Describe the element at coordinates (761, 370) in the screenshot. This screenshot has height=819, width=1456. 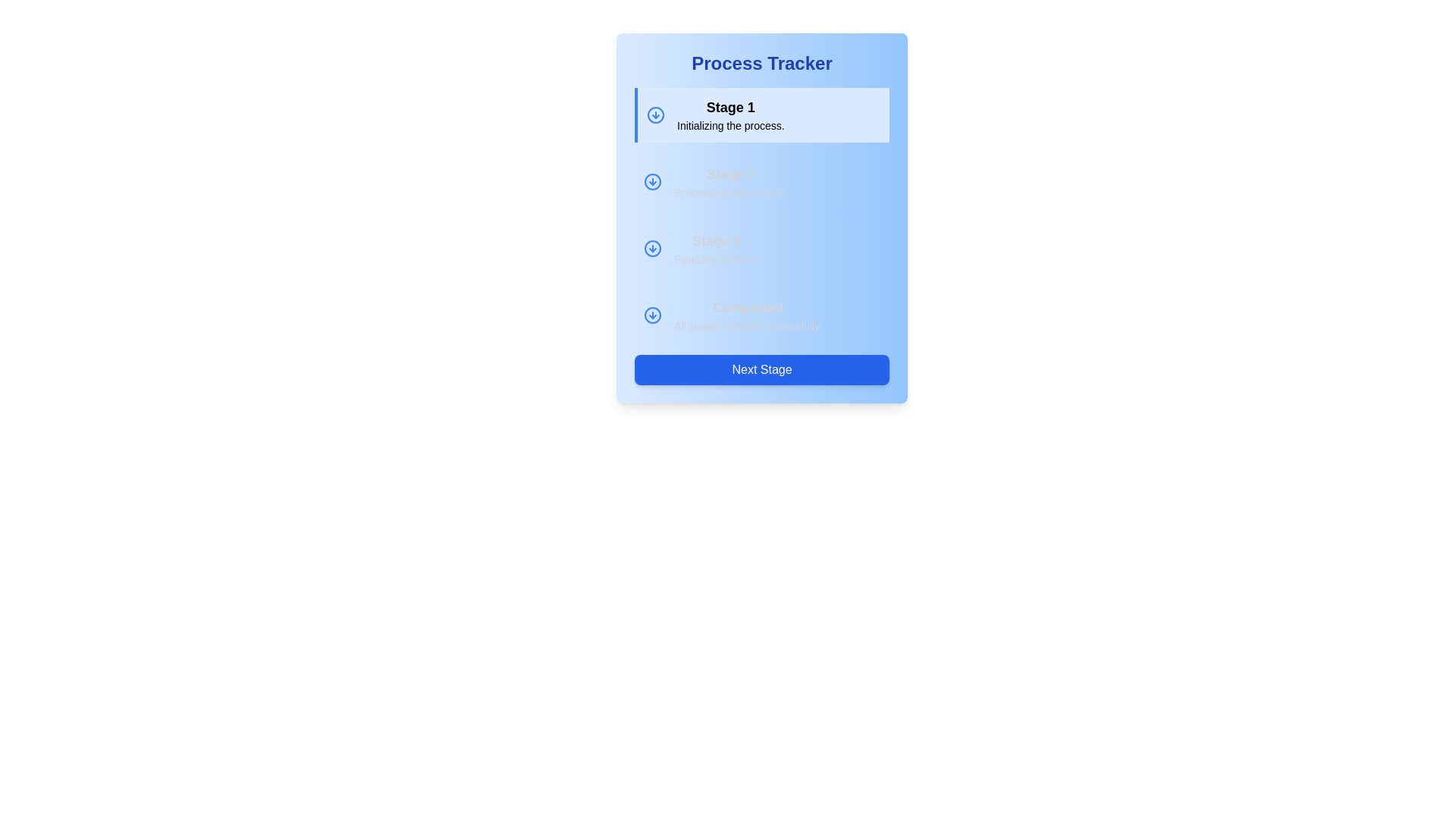
I see `the blue 'Next Stage' button with white text to trigger visual feedback` at that location.